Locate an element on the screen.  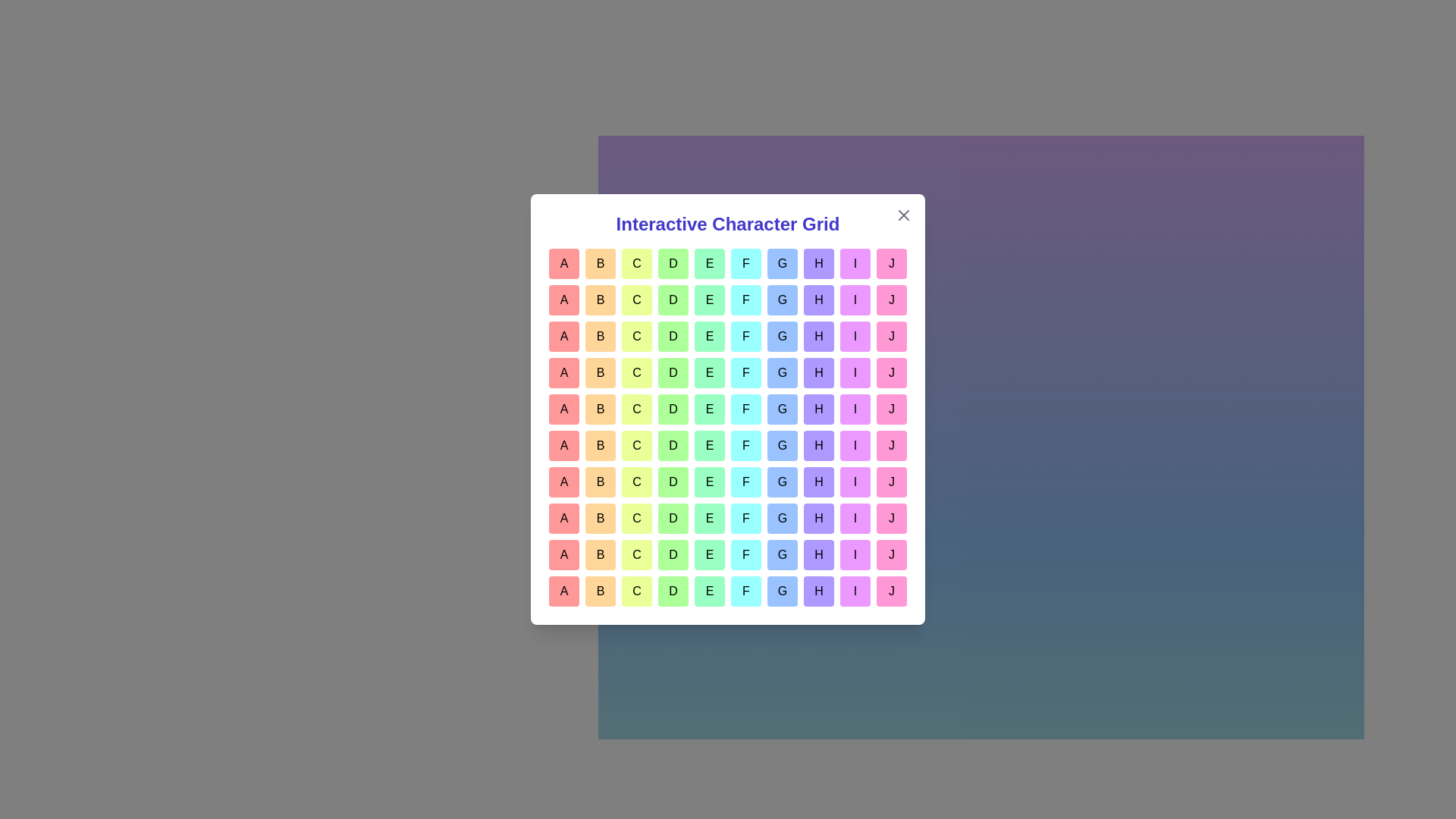
the grid cell labeled D is located at coordinates (673, 262).